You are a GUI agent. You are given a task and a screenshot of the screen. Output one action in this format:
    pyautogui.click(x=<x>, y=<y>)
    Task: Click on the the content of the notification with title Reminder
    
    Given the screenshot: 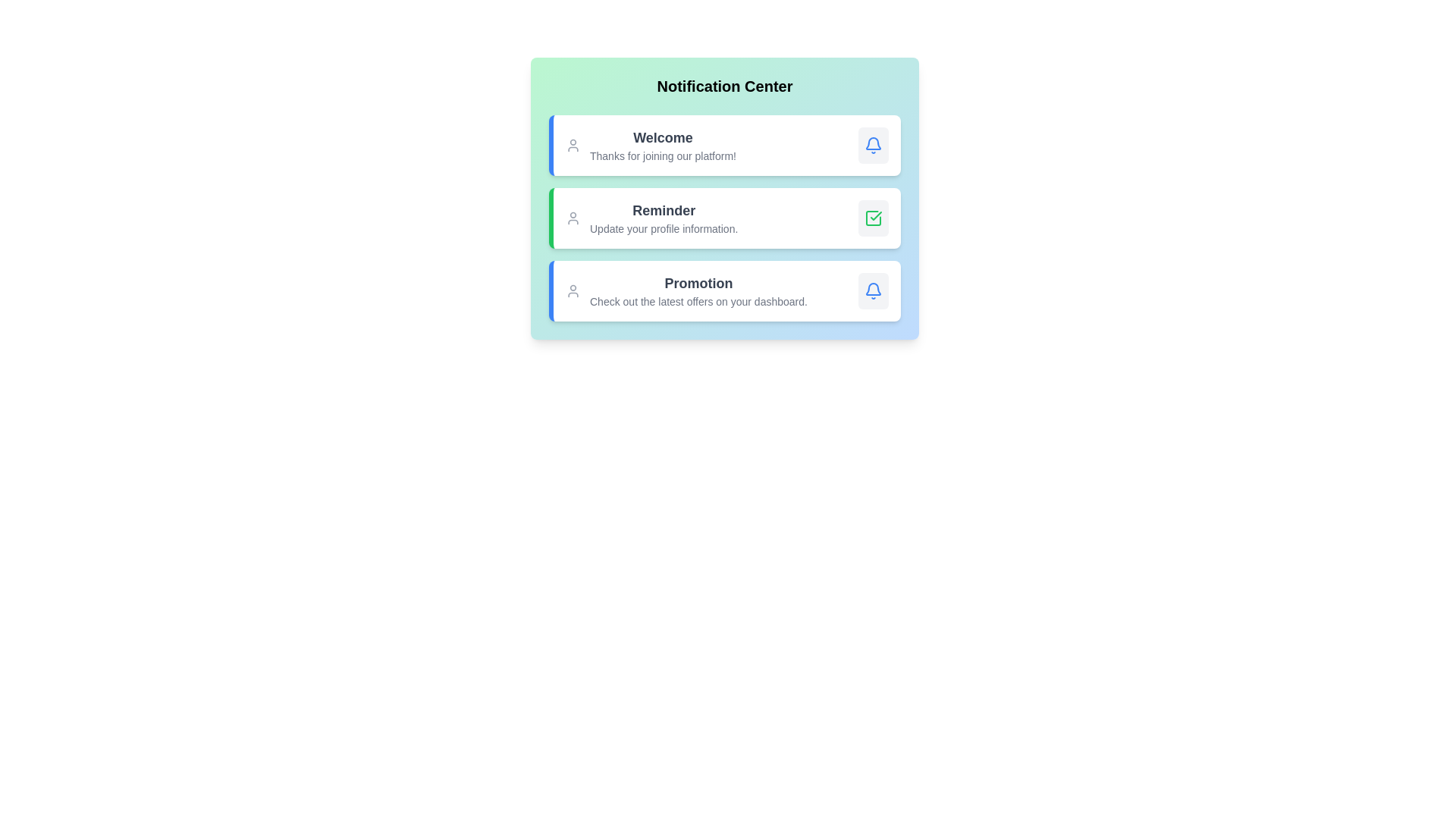 What is the action you would take?
    pyautogui.click(x=663, y=210)
    